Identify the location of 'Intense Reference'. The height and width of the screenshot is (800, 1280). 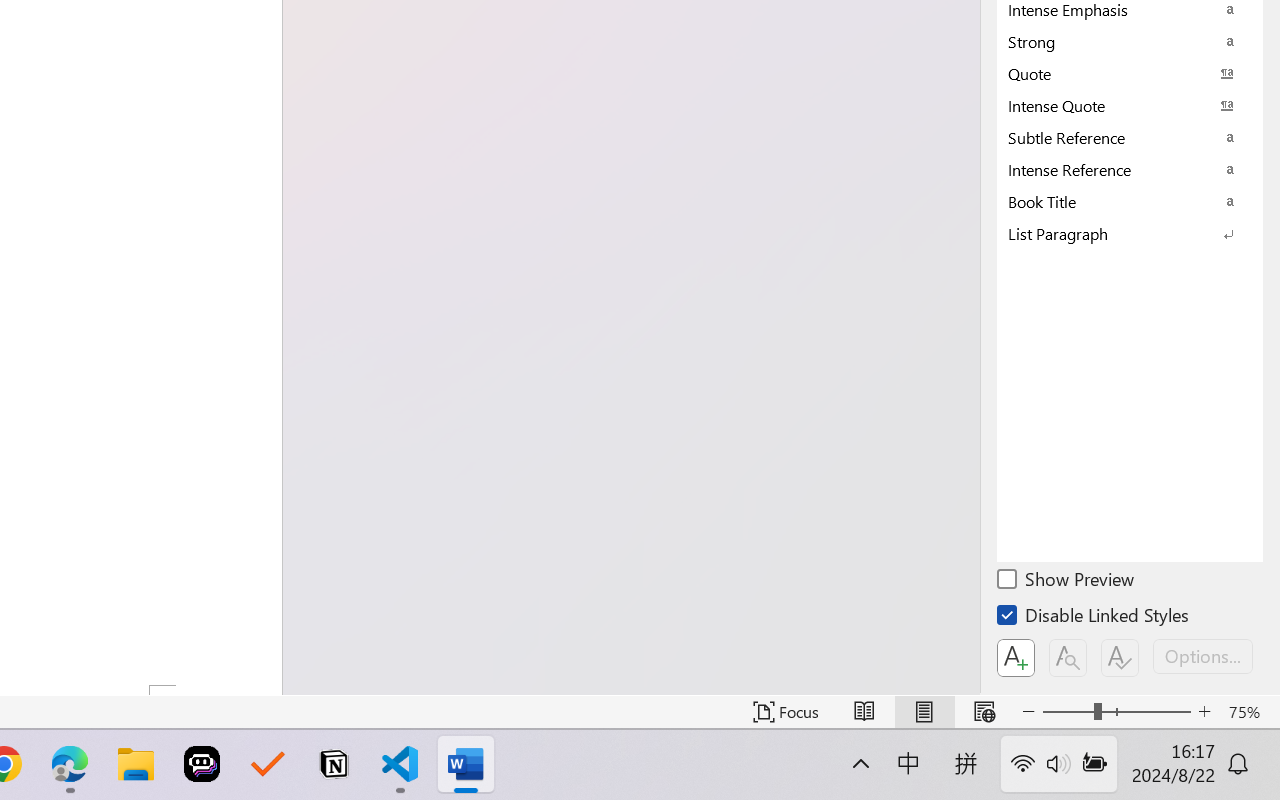
(1130, 168).